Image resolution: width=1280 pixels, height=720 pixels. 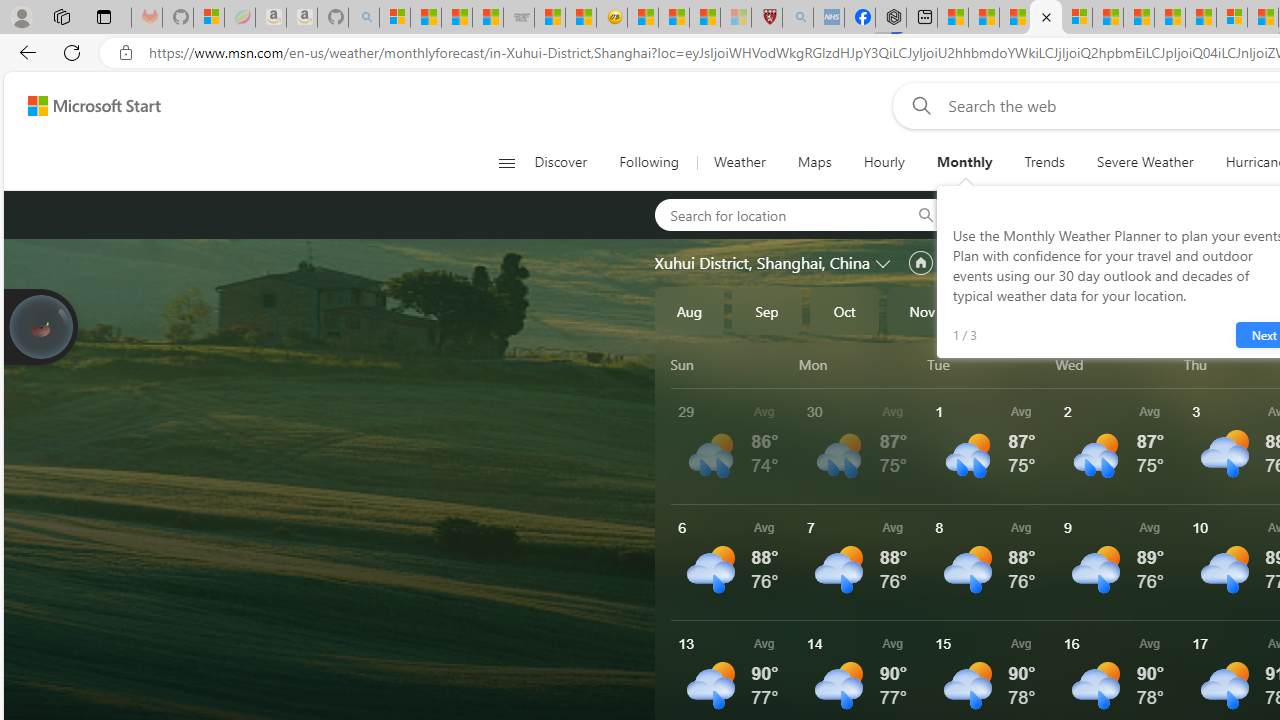 What do you see at coordinates (765, 17) in the screenshot?
I see `'Robert H. Shmerling, MD - Harvard Health'` at bounding box center [765, 17].